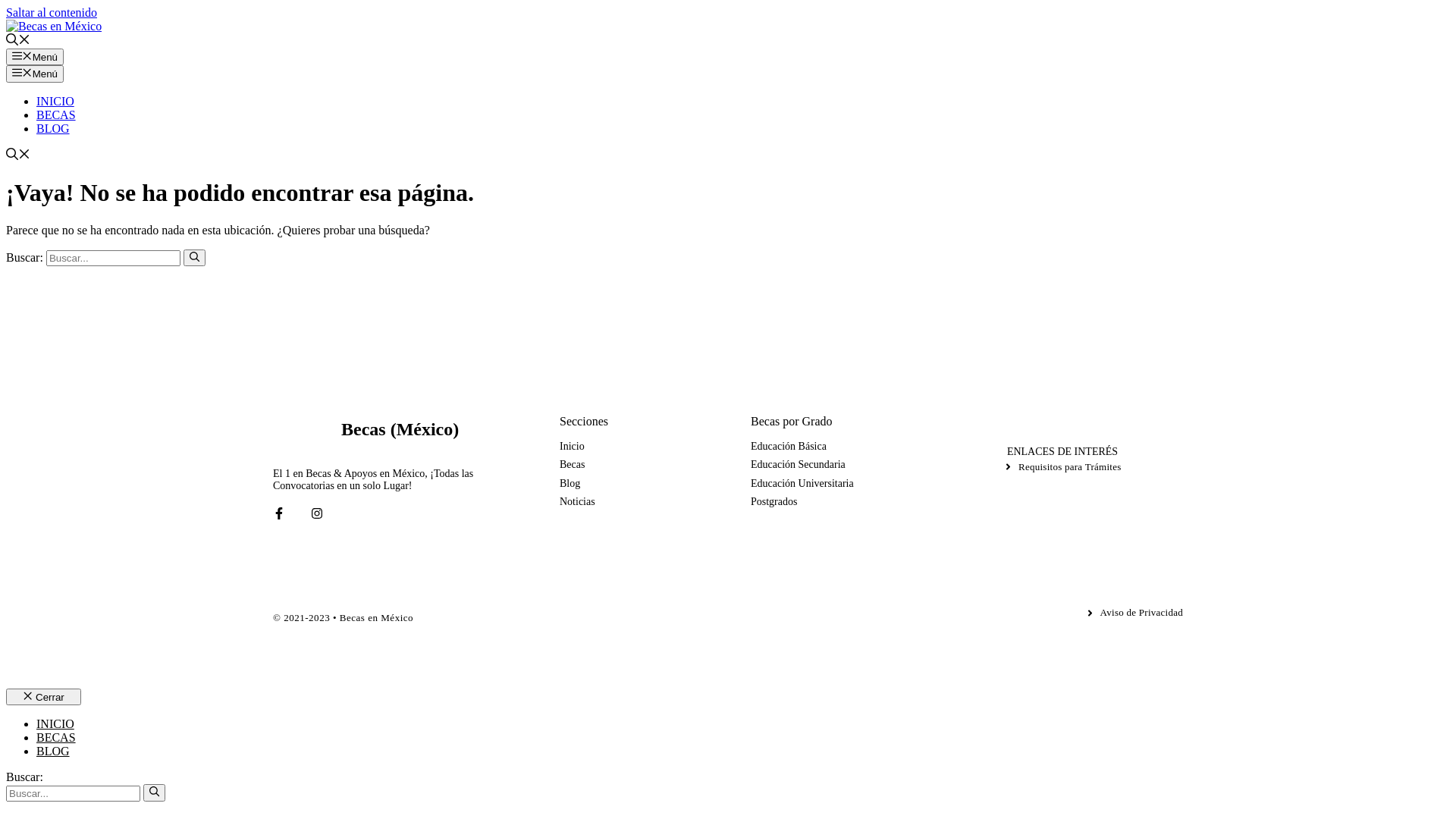  What do you see at coordinates (750, 502) in the screenshot?
I see `'Postgrados'` at bounding box center [750, 502].